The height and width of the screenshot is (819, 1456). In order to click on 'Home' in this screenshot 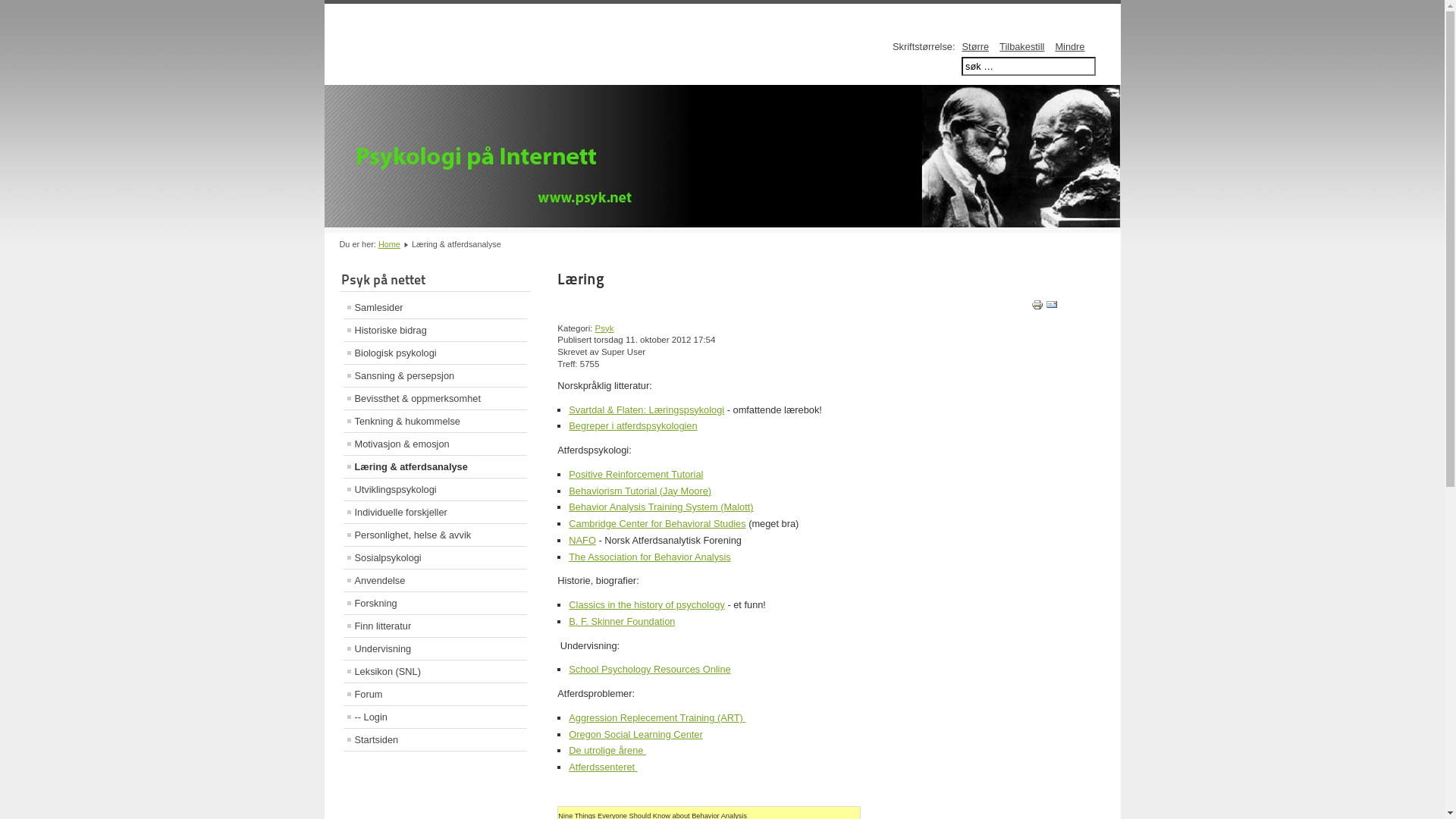, I will do `click(378, 243)`.